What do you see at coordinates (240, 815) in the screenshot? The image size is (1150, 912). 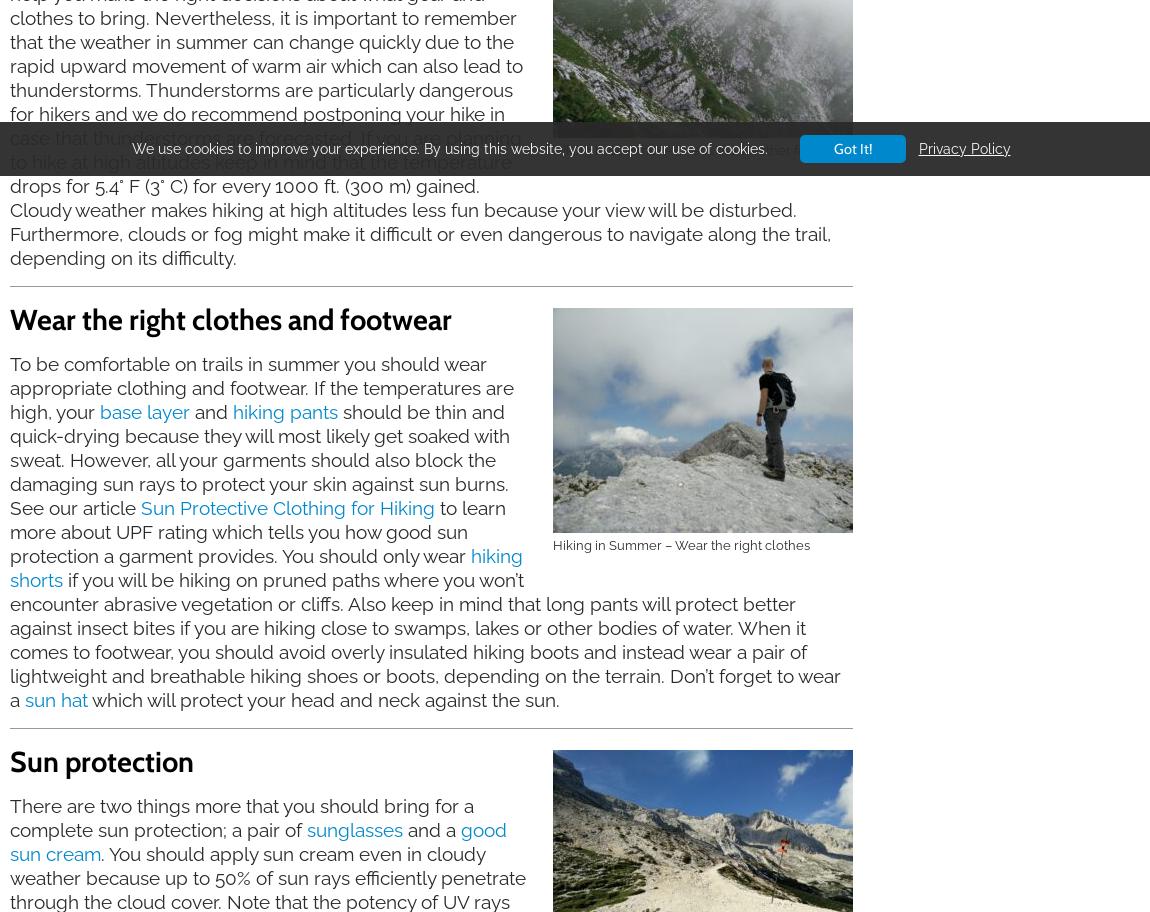 I see `'There are two things more that you should bring for a complete sun protection; a pair of'` at bounding box center [240, 815].